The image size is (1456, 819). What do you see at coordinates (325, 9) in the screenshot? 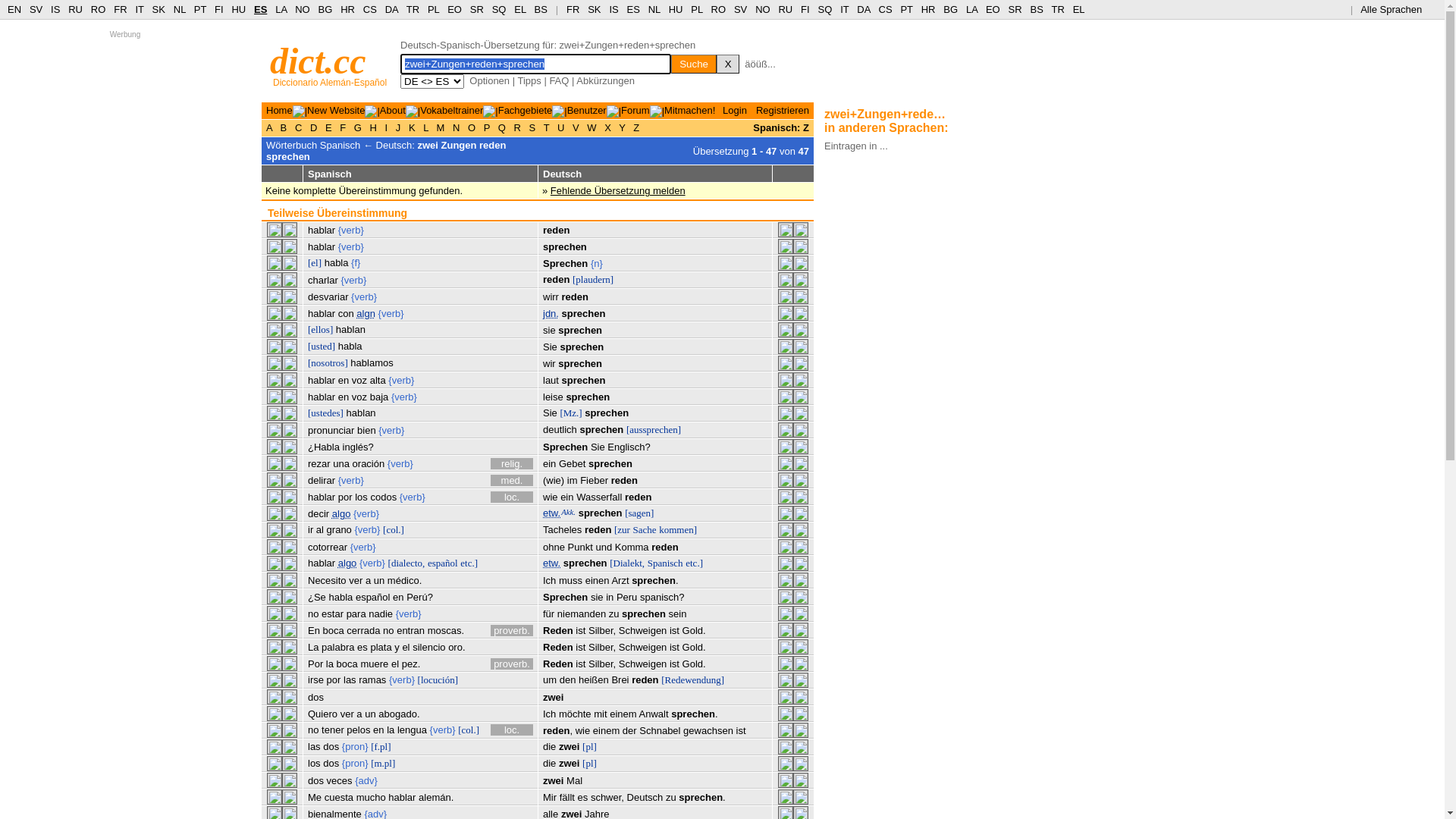
I see `'BG'` at bounding box center [325, 9].